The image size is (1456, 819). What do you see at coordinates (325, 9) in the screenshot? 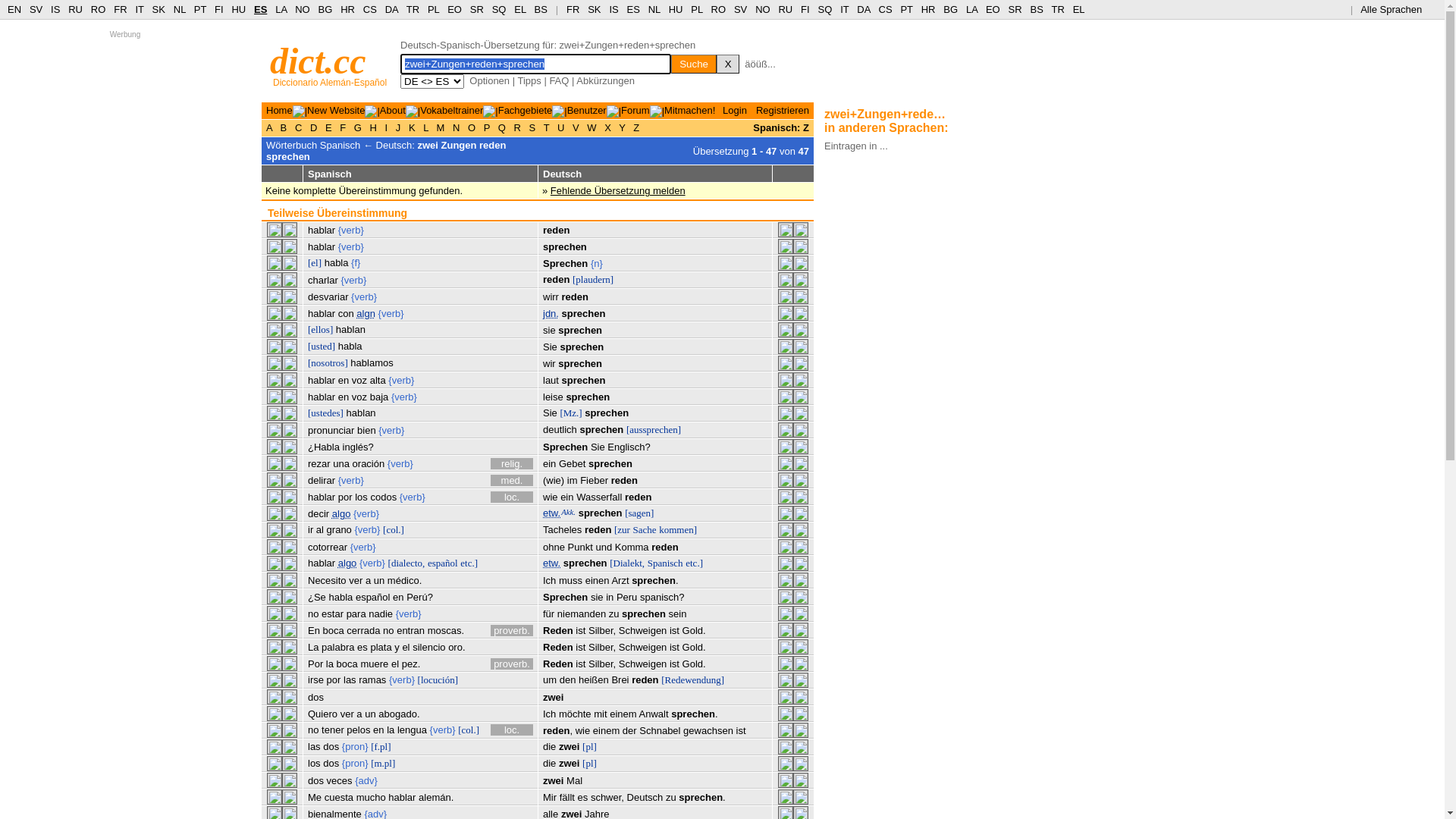
I see `'BG'` at bounding box center [325, 9].